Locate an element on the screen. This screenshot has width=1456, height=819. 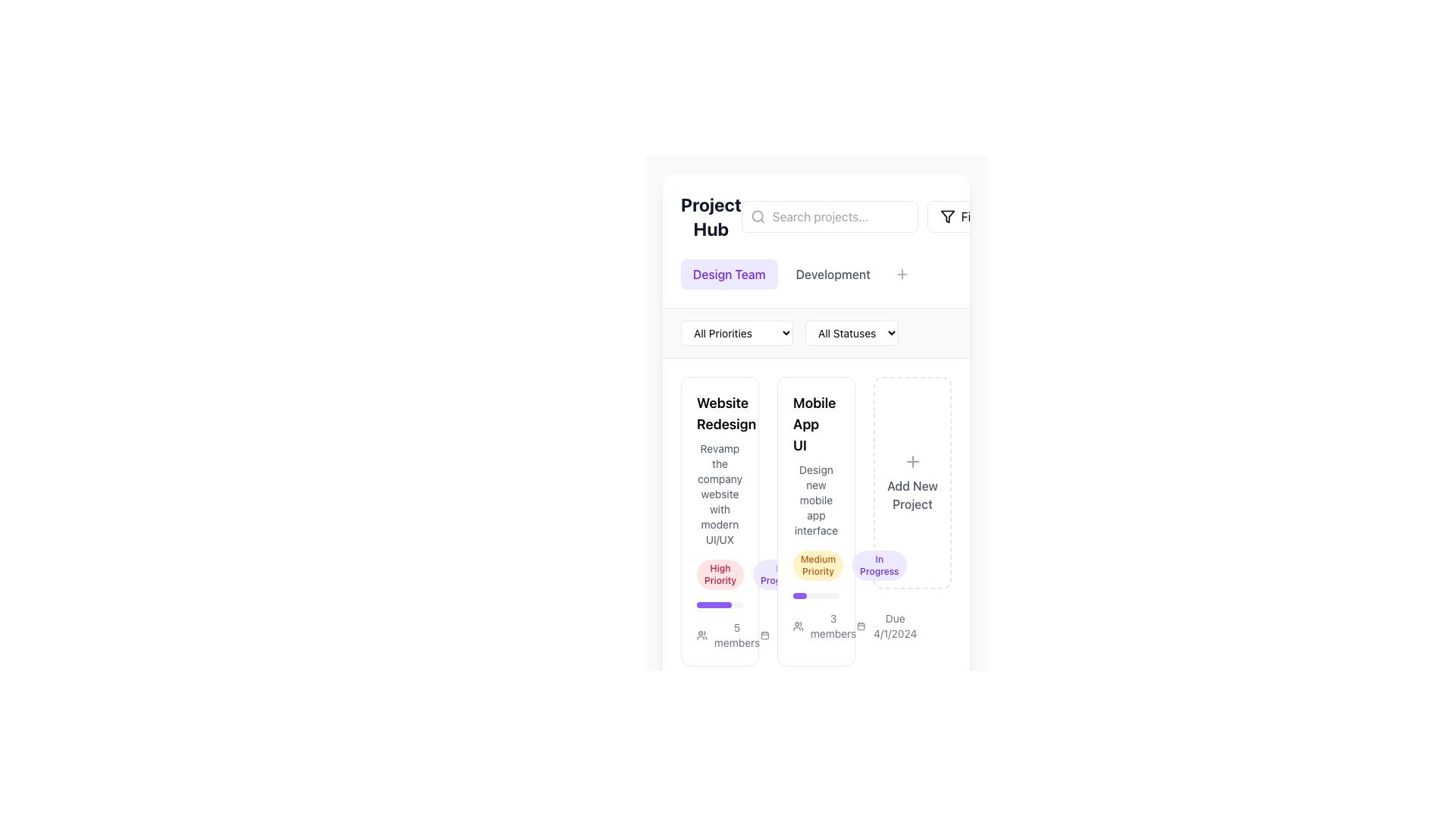
the label with an icon that indicates the due date of the associated project or task, positioned in the bottom-right section of the 'Mobile App UI' card, next to the '3 members' text group is located at coordinates (888, 626).